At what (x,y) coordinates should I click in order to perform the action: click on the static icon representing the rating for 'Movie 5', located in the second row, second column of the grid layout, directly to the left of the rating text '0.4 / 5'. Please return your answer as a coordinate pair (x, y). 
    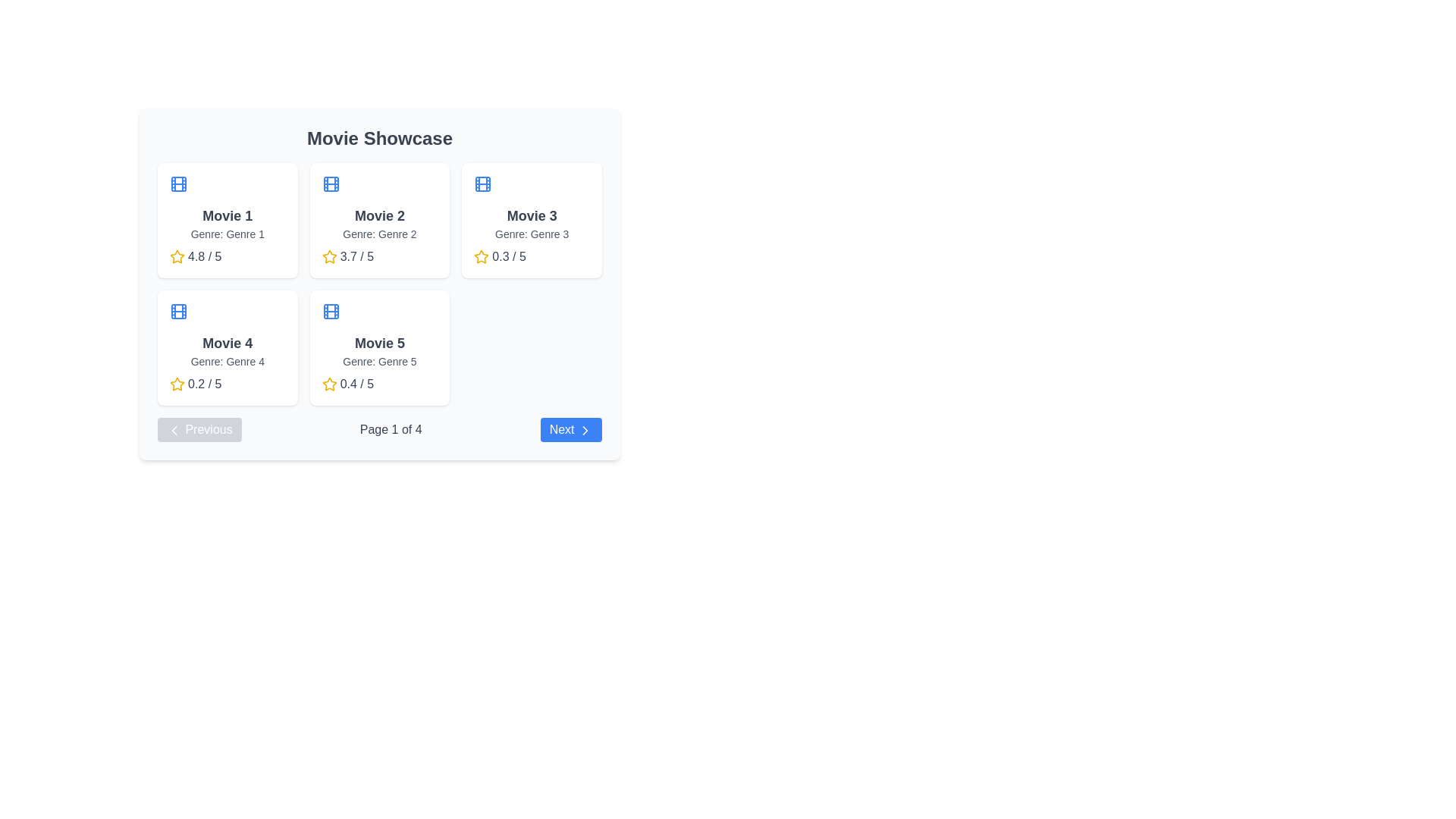
    Looking at the image, I should click on (328, 383).